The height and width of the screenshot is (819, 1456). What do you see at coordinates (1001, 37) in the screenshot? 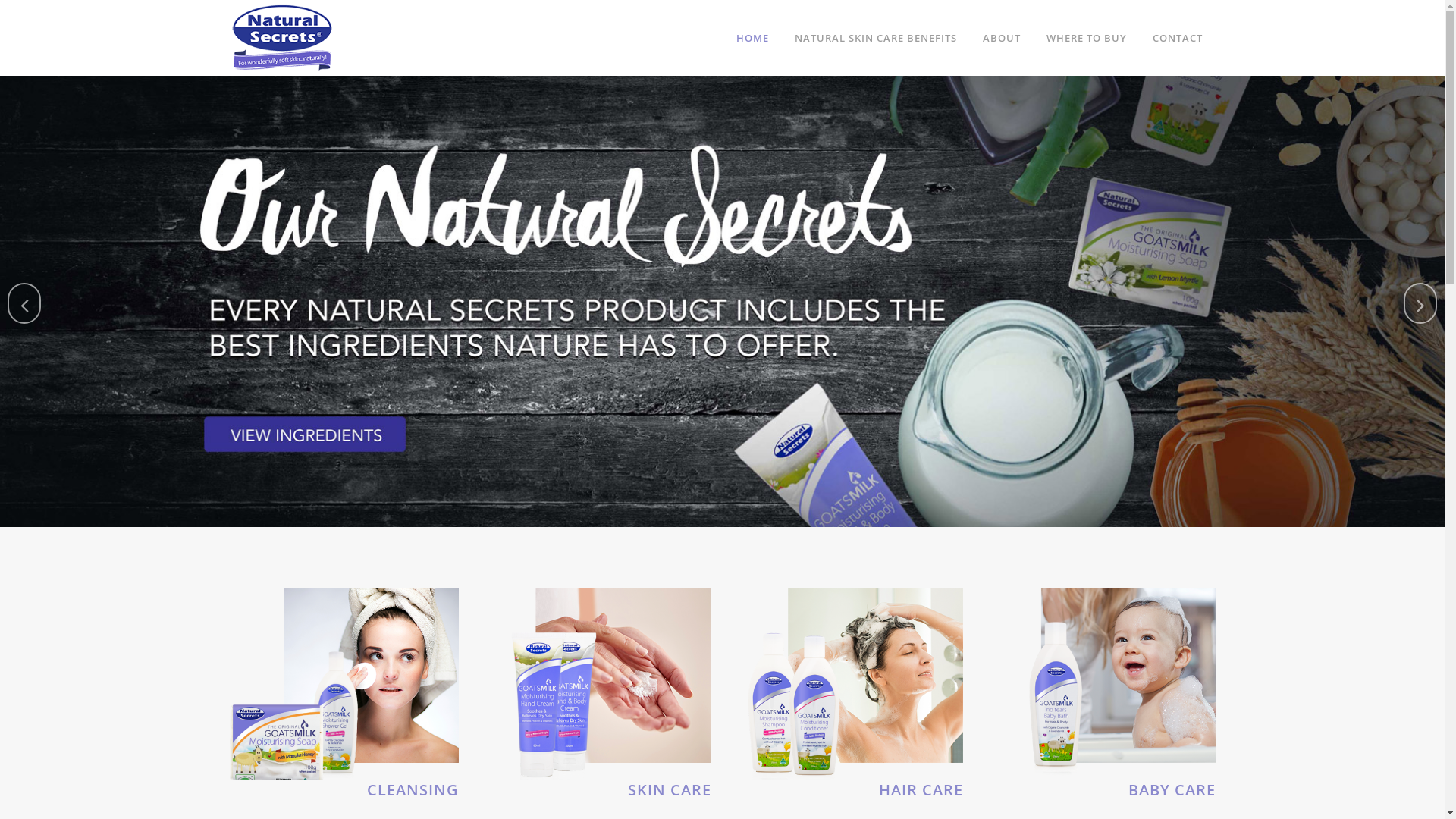
I see `'ABOUT'` at bounding box center [1001, 37].